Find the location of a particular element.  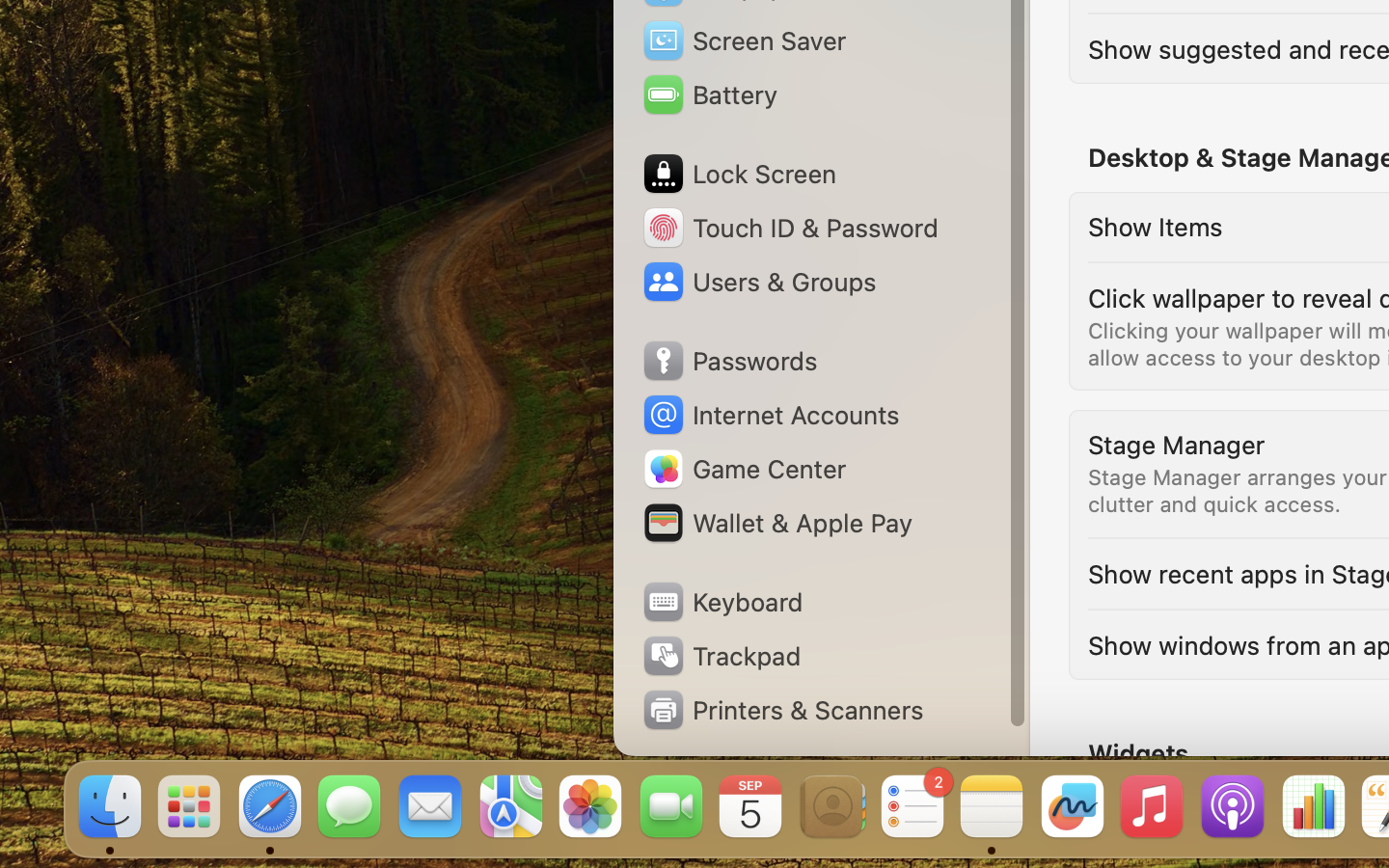

'Stage Manager' is located at coordinates (1175, 442).